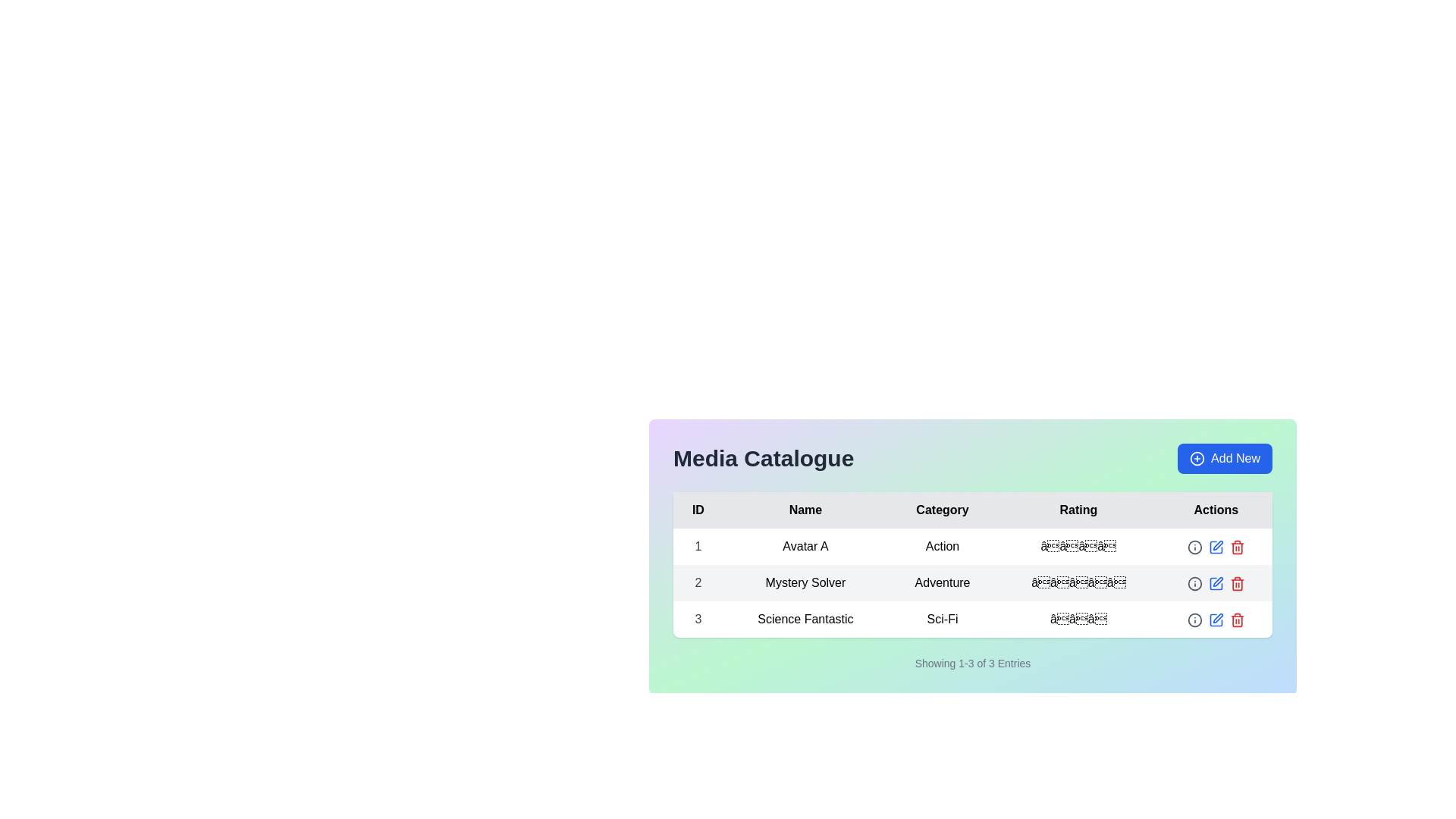 The width and height of the screenshot is (1456, 819). Describe the element at coordinates (972, 663) in the screenshot. I see `the text label displaying pagination information that says 'Showing 1-3 of 3 Entries', located below the main data table` at that location.